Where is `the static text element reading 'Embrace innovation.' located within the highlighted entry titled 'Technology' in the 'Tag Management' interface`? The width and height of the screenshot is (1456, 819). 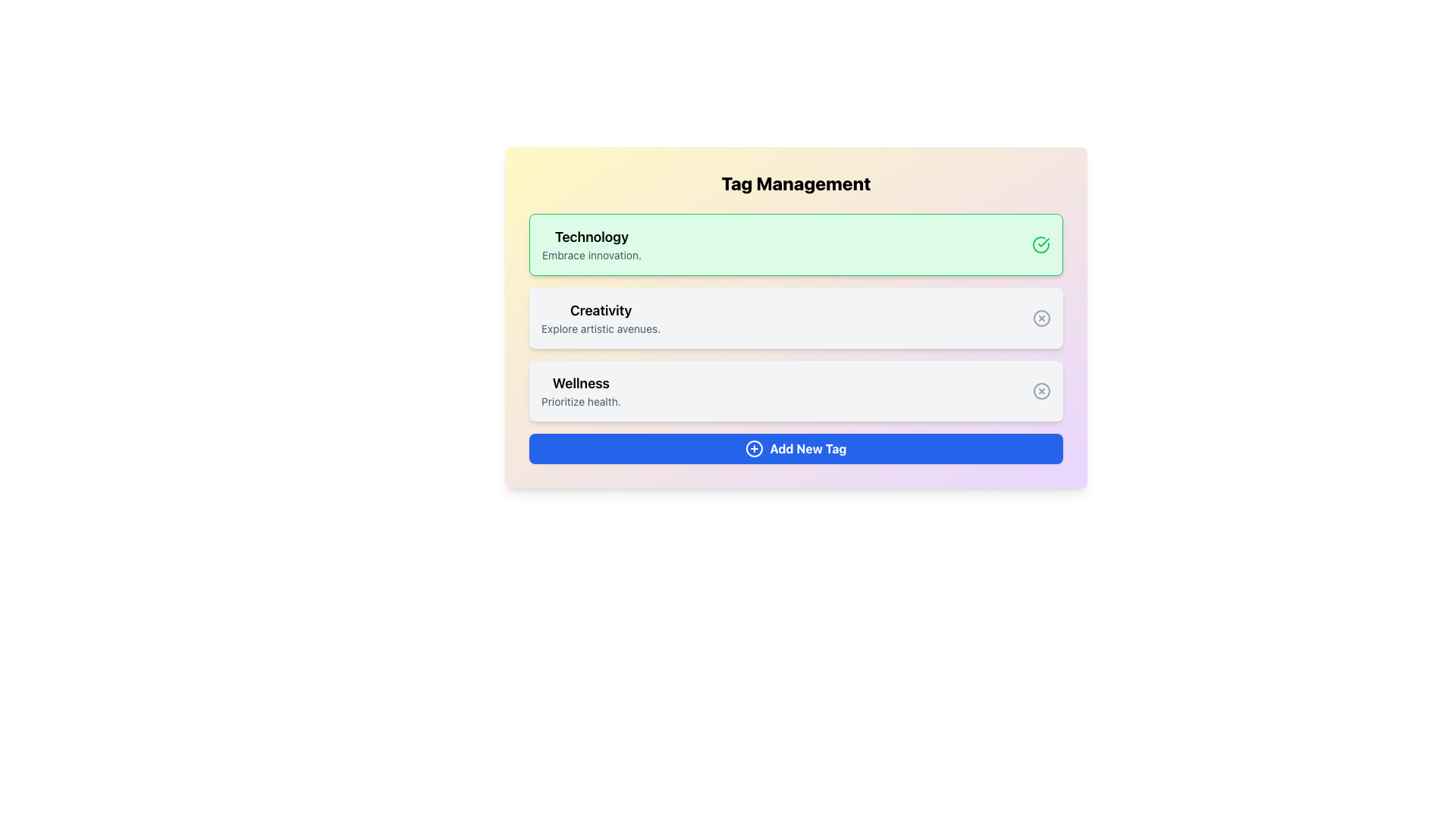 the static text element reading 'Embrace innovation.' located within the highlighted entry titled 'Technology' in the 'Tag Management' interface is located at coordinates (591, 254).